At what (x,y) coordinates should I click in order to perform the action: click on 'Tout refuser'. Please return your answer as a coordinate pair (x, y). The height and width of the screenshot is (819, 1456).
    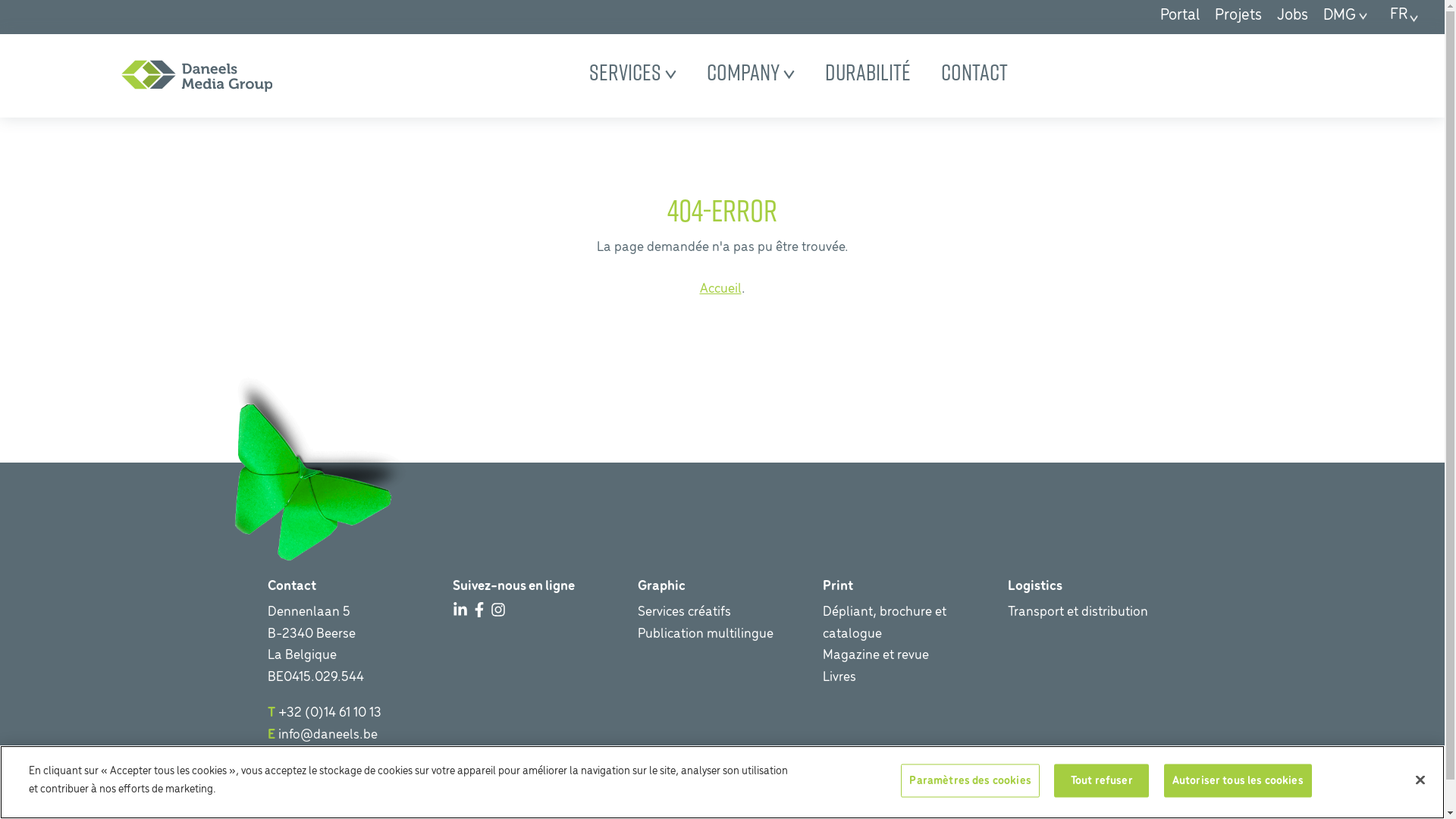
    Looking at the image, I should click on (1101, 780).